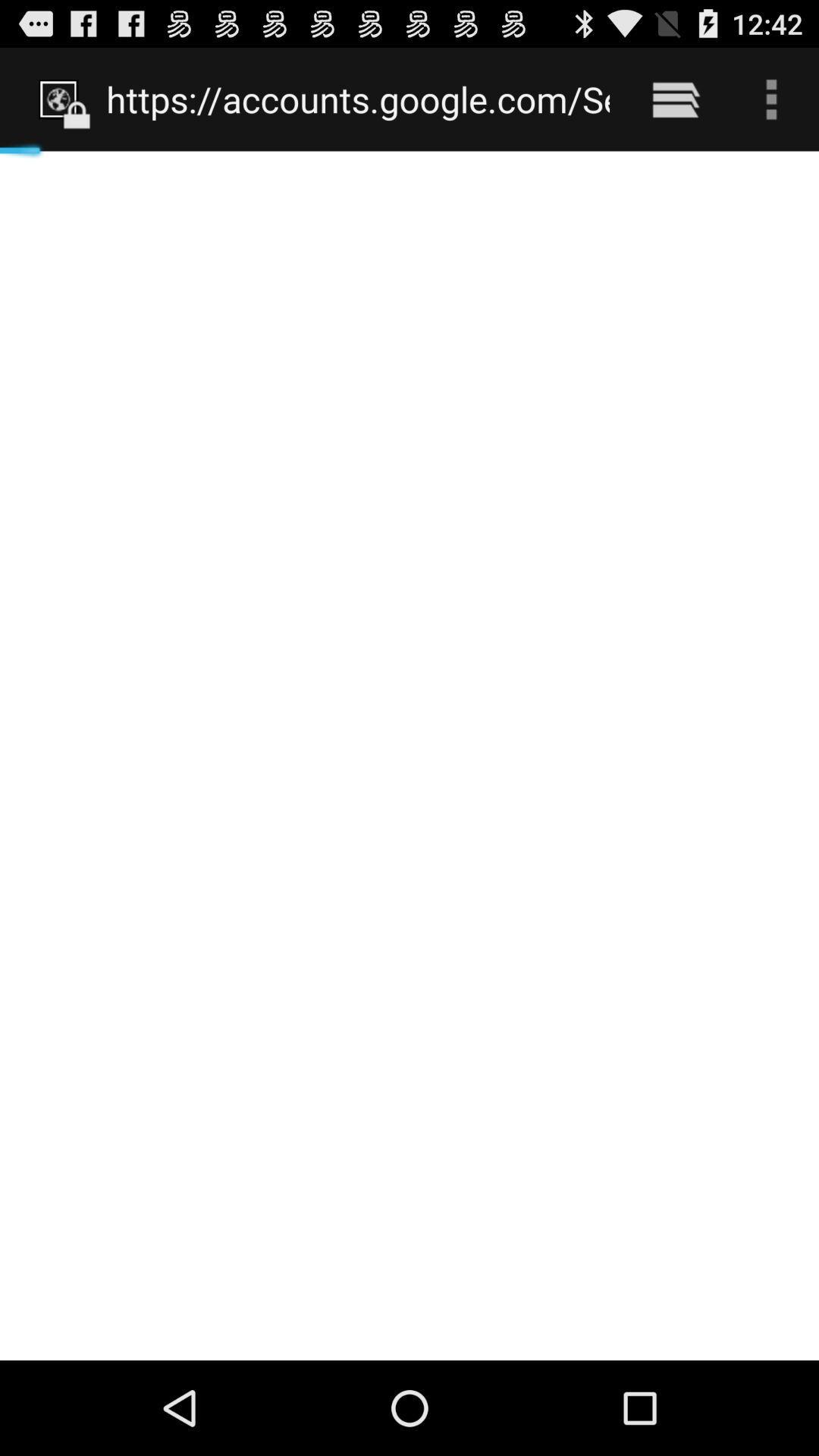 Image resolution: width=819 pixels, height=1456 pixels. Describe the element at coordinates (675, 99) in the screenshot. I see `the item to the right of https accounts google item` at that location.